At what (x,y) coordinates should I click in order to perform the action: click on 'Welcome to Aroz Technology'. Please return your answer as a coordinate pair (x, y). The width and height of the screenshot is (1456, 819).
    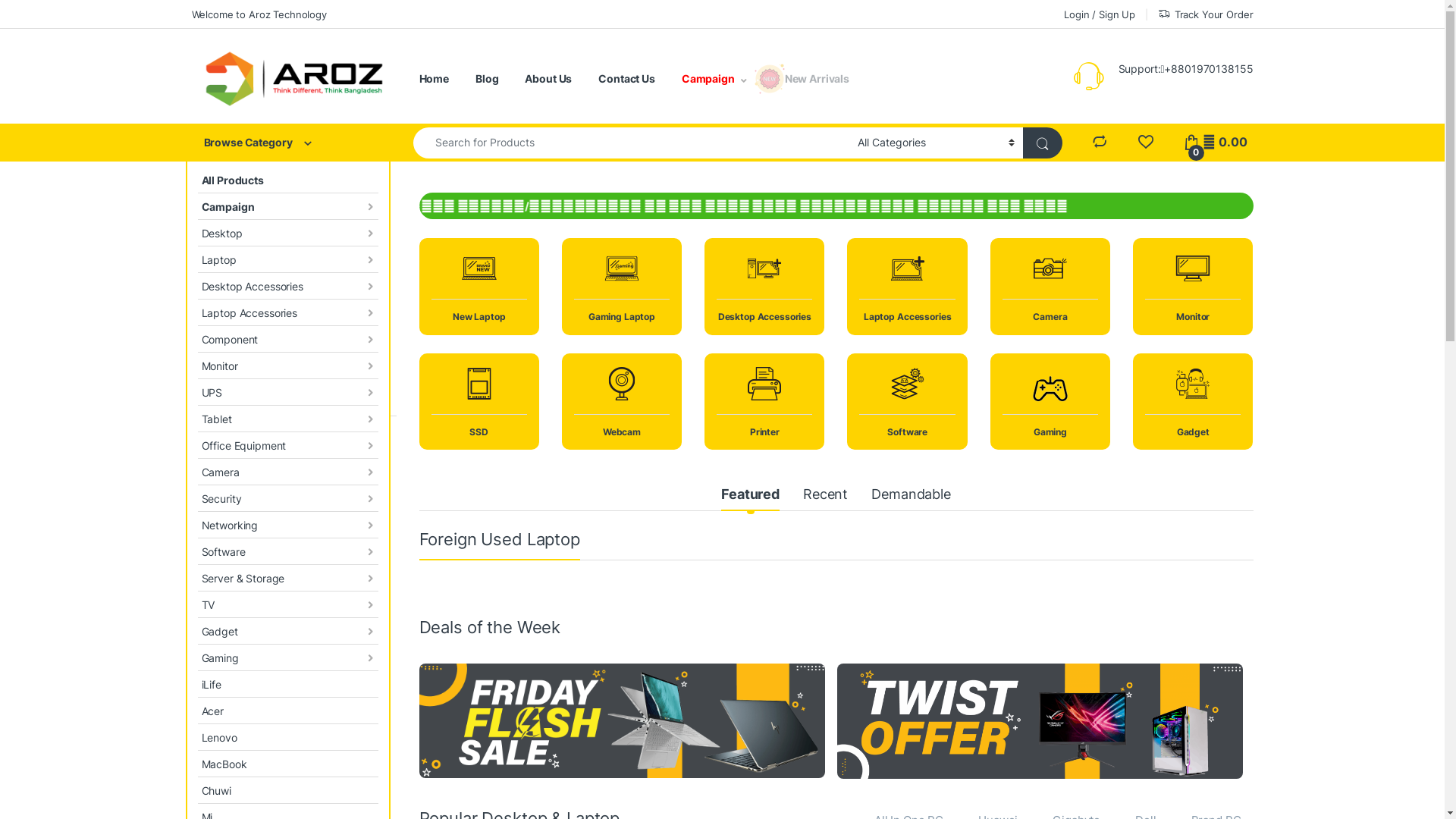
    Looking at the image, I should click on (258, 14).